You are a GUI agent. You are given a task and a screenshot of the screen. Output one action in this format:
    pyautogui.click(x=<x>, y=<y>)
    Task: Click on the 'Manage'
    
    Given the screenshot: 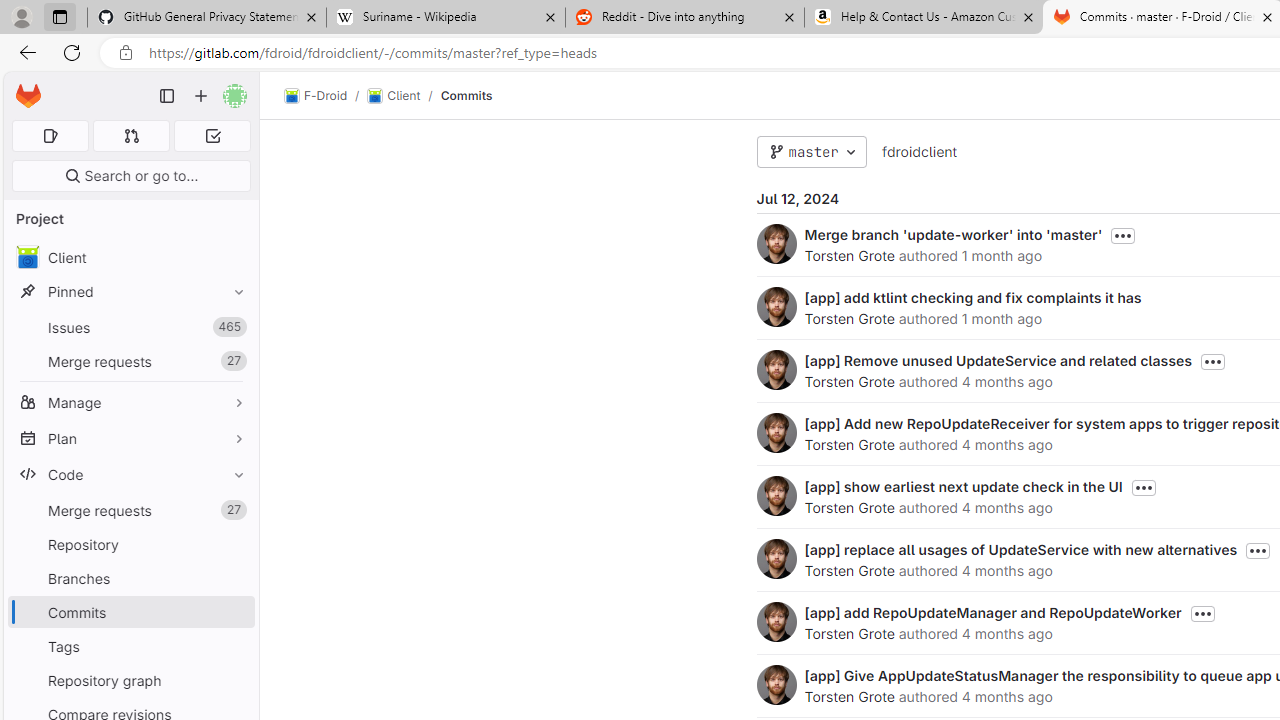 What is the action you would take?
    pyautogui.click(x=130, y=402)
    